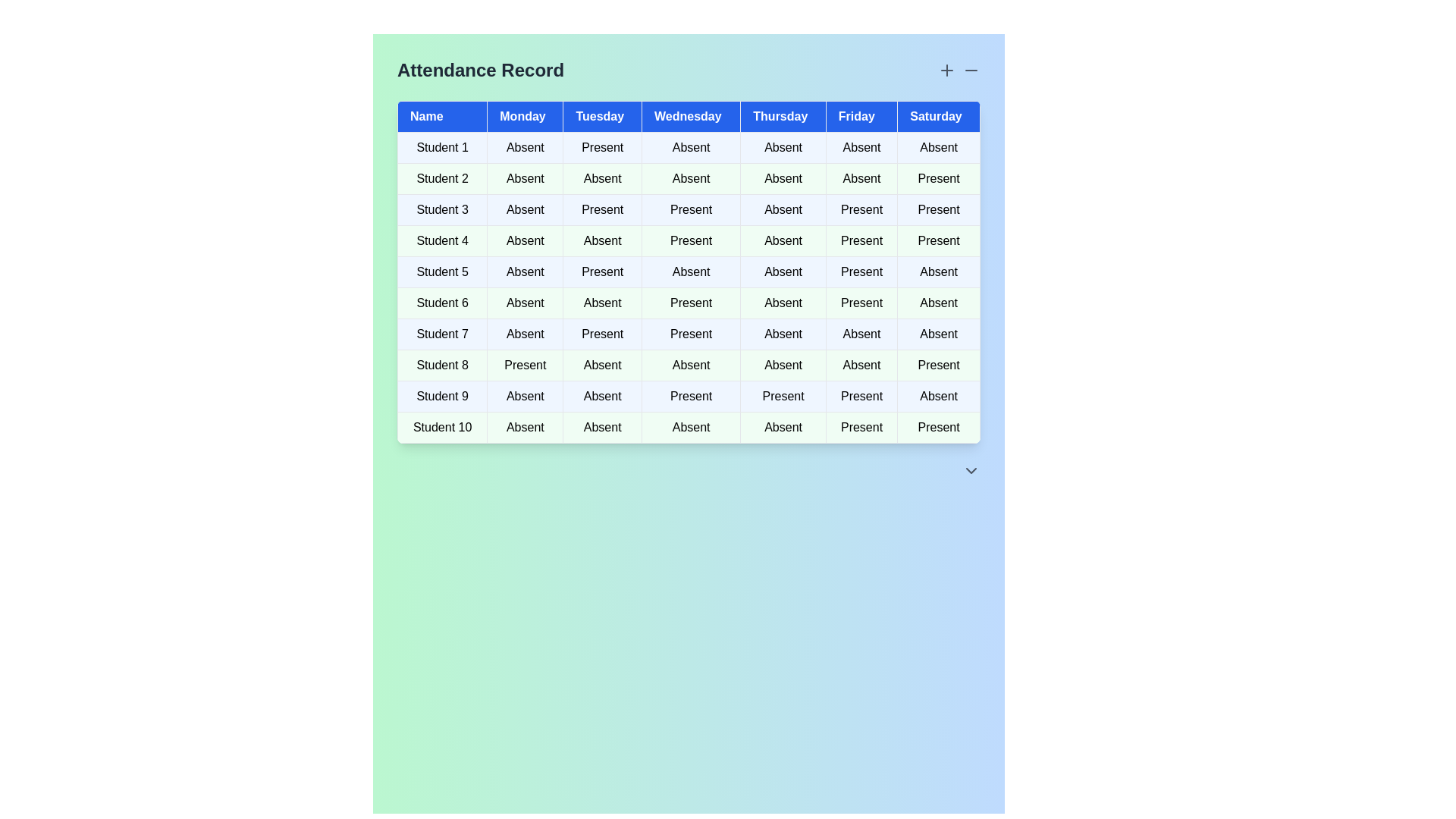  What do you see at coordinates (971, 470) in the screenshot?
I see `the 'ChevronDown' icon to toggle the visibility of additional details` at bounding box center [971, 470].